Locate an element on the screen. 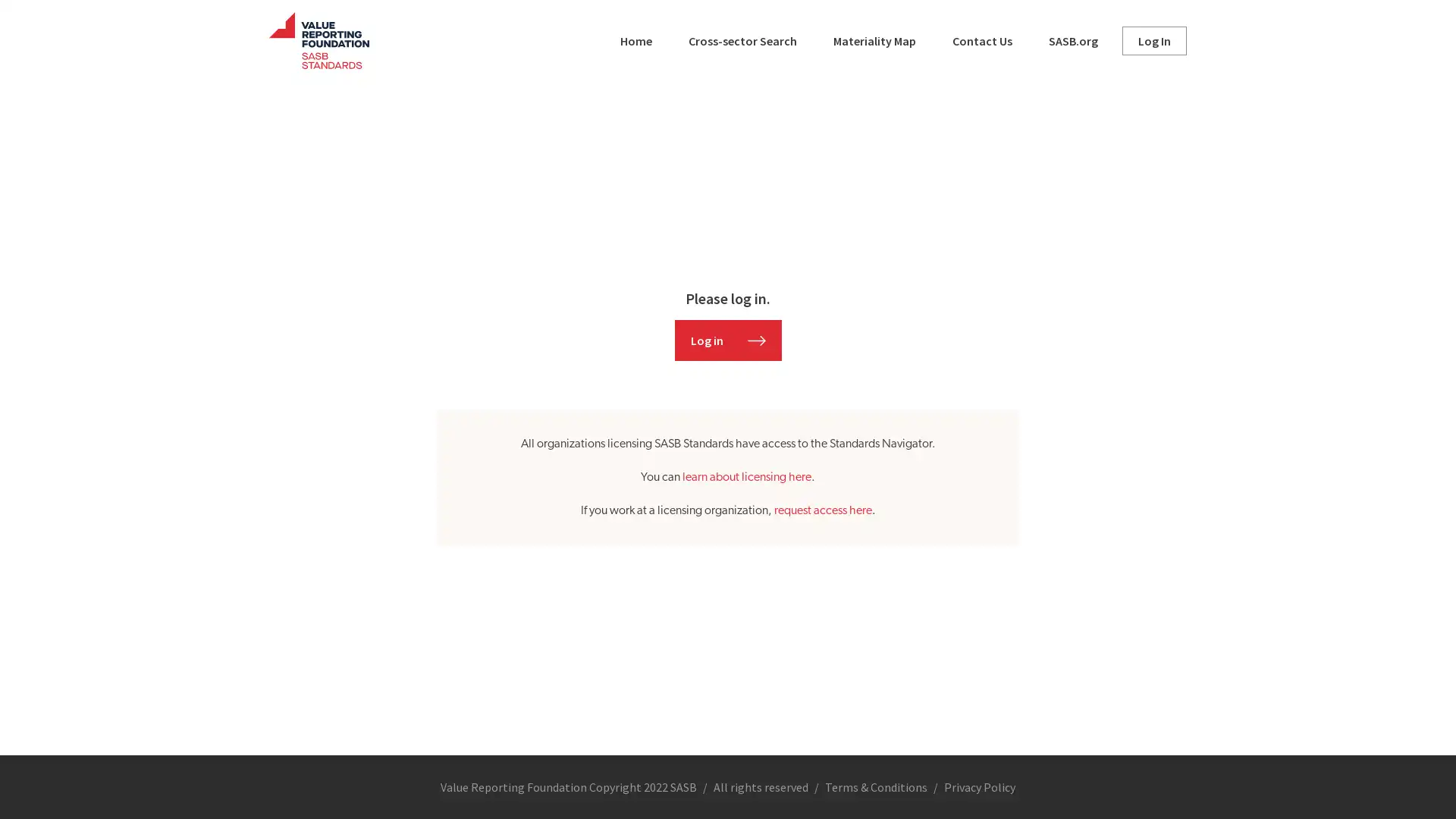 This screenshot has width=1456, height=819. Log In is located at coordinates (1153, 39).